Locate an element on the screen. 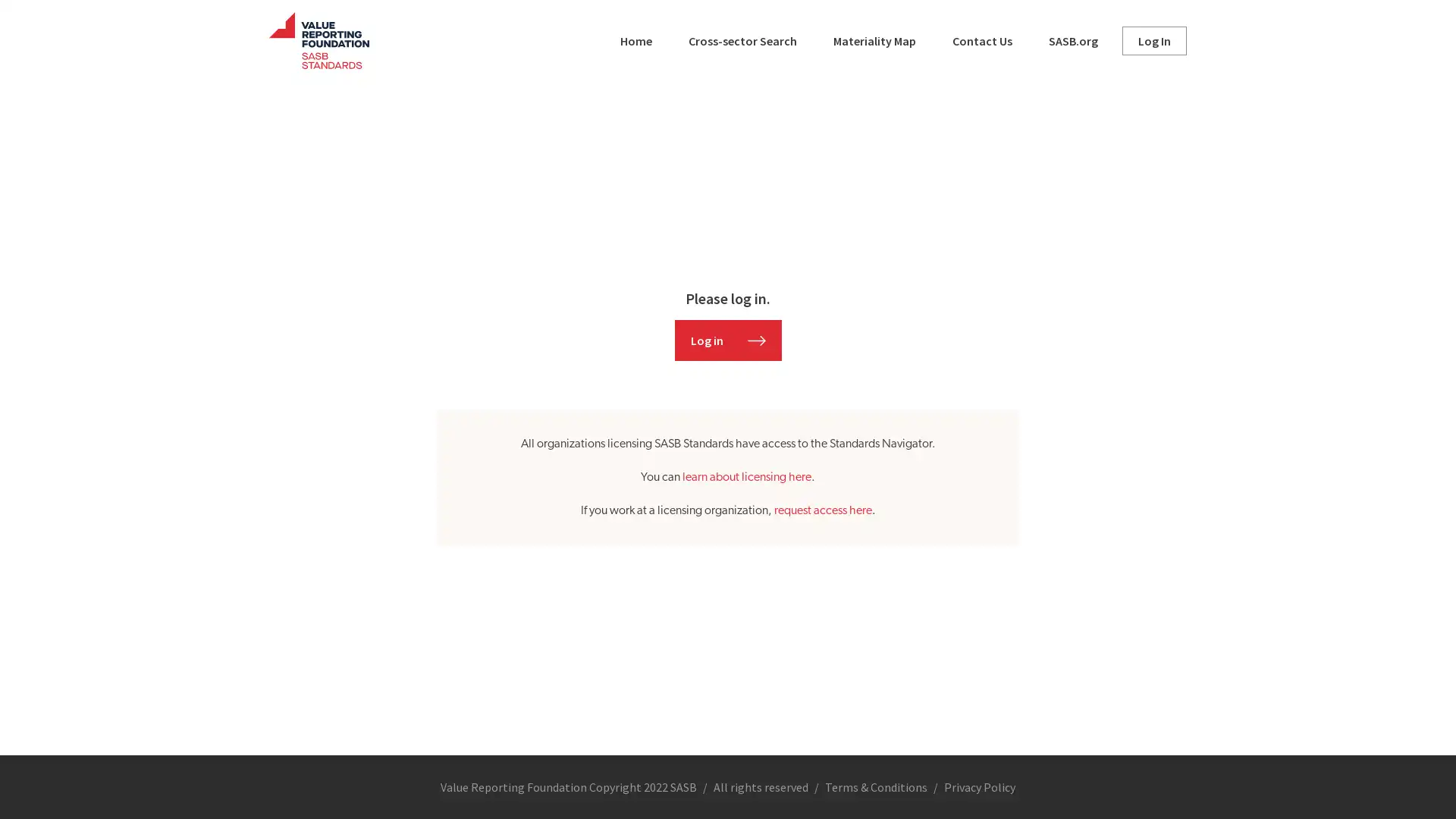 This screenshot has width=1456, height=819. Log In is located at coordinates (1153, 39).